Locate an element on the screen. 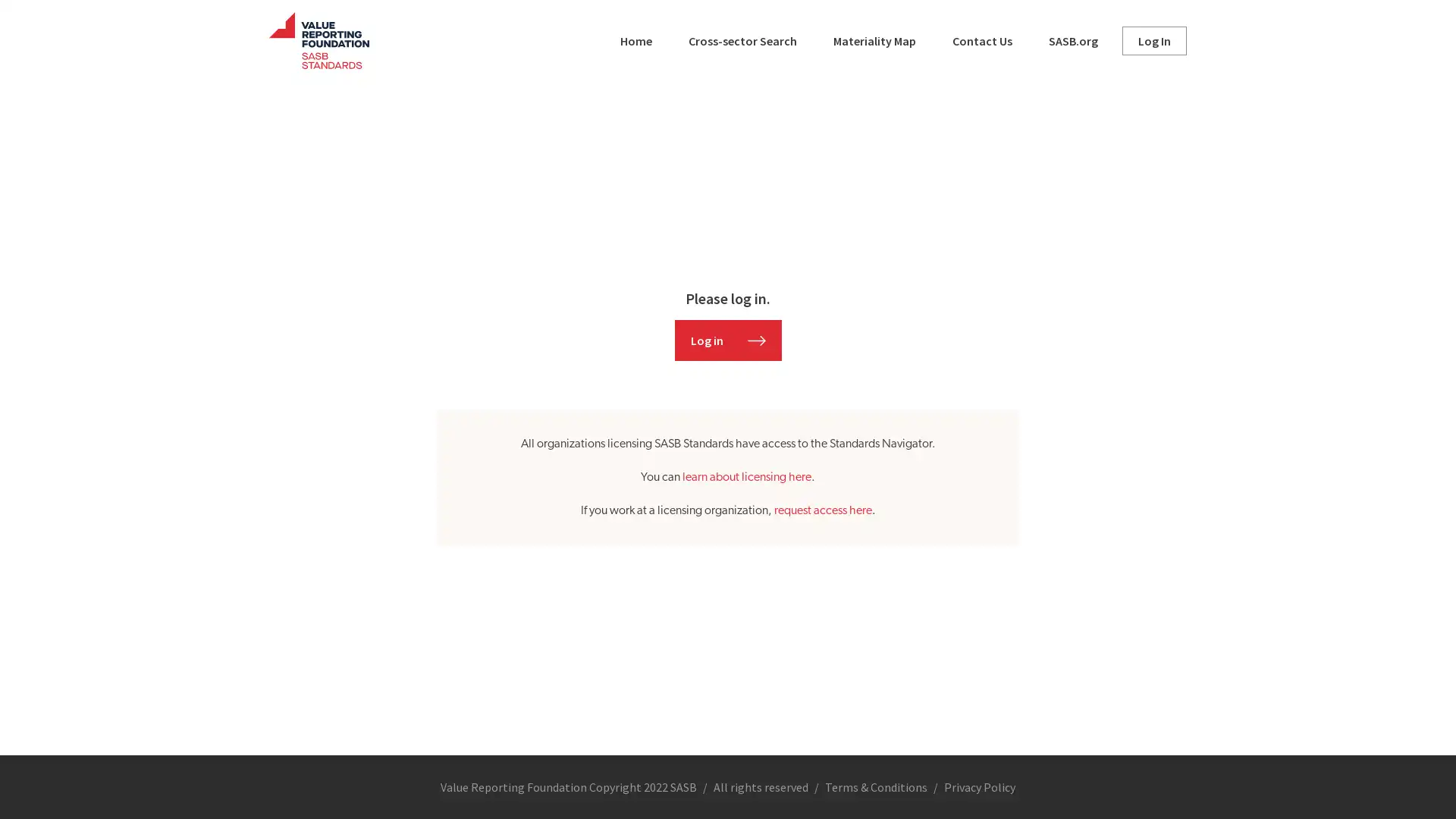 This screenshot has width=1456, height=819. Log In is located at coordinates (1153, 39).